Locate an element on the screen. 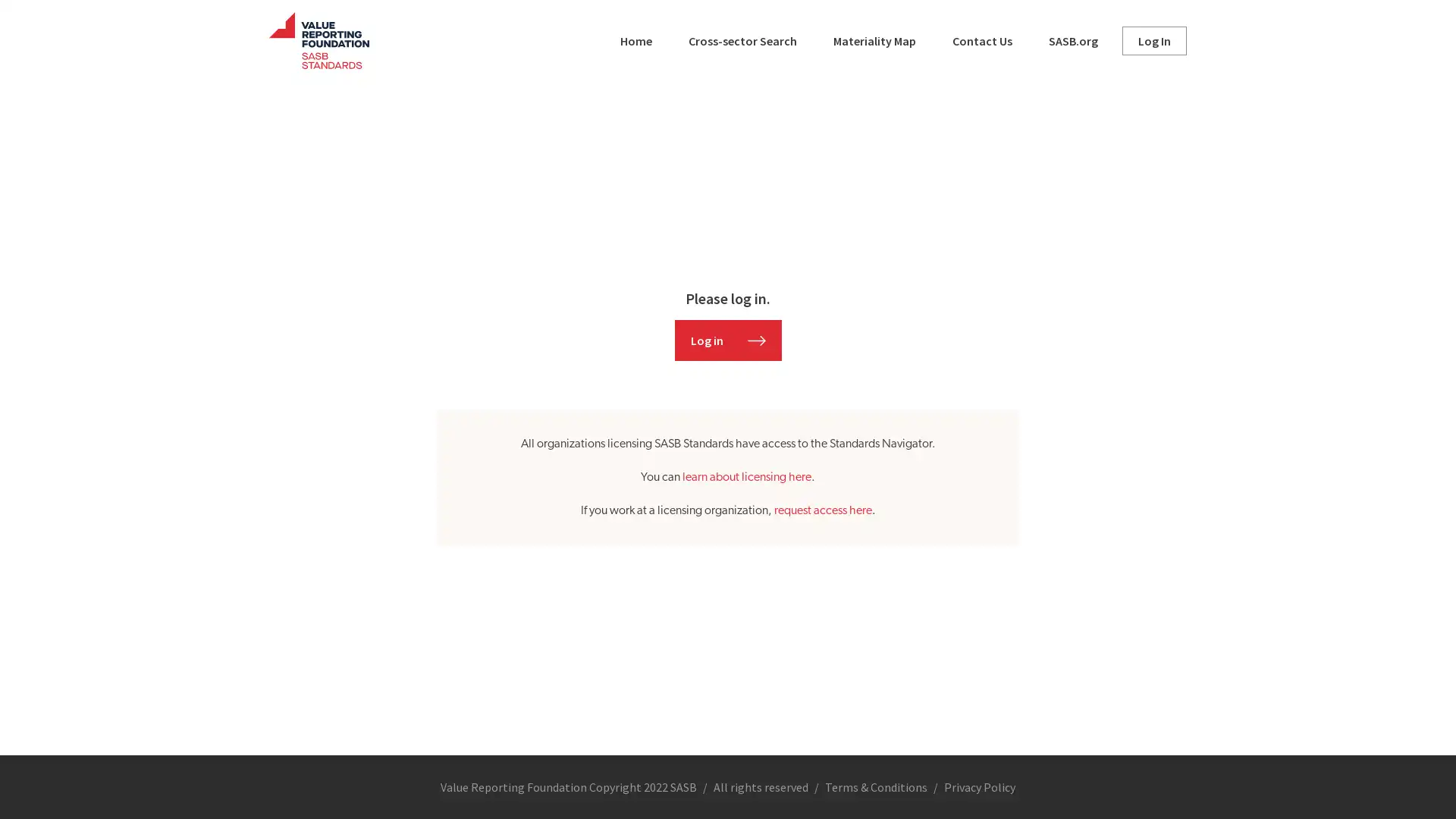 This screenshot has width=1456, height=819. Log In is located at coordinates (1153, 39).